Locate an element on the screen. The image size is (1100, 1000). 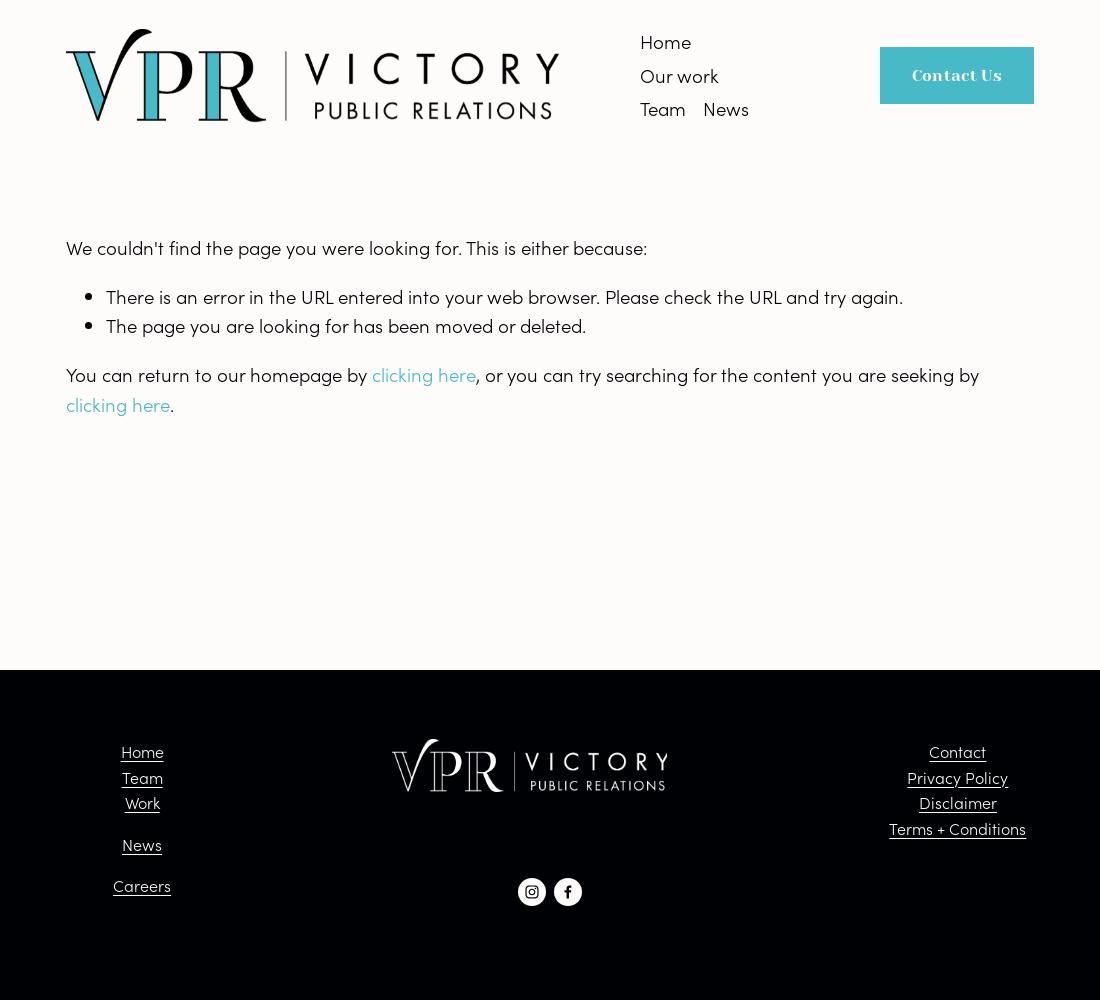
'Privacy Policy' is located at coordinates (957, 776).